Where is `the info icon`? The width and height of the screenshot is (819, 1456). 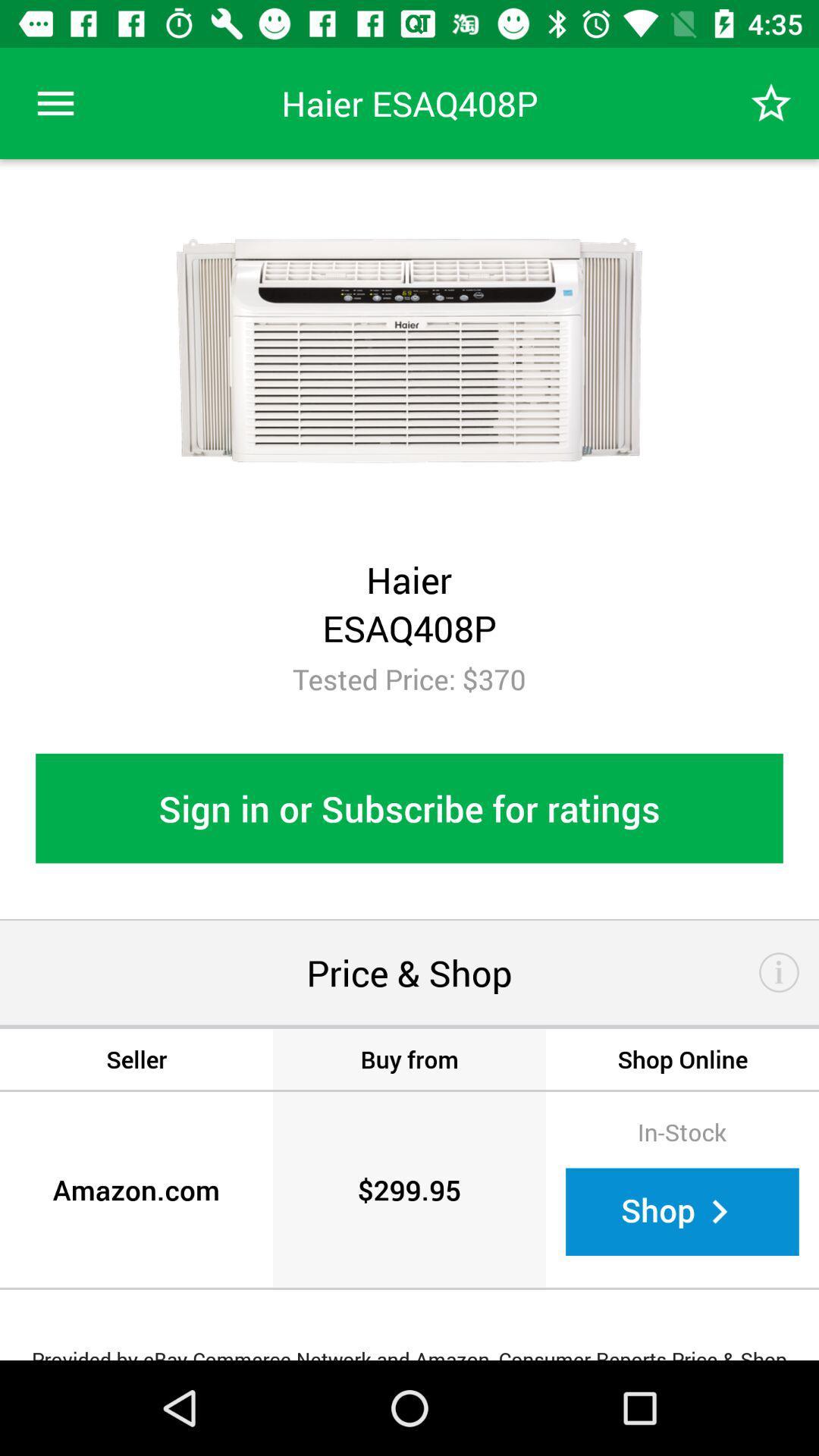 the info icon is located at coordinates (779, 972).